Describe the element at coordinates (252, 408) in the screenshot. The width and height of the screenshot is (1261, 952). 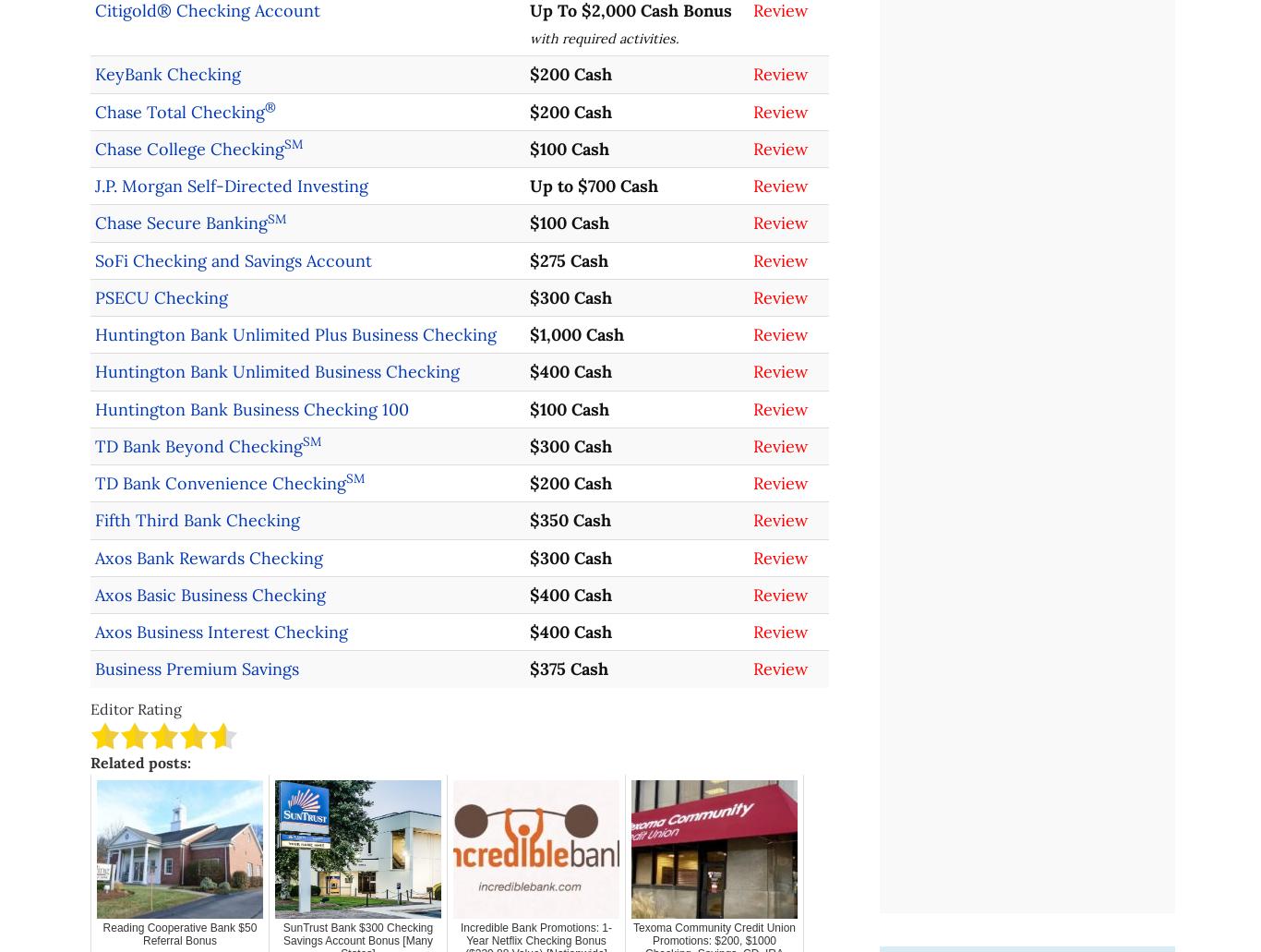
I see `'Huntington Bank Business Checking 100'` at that location.